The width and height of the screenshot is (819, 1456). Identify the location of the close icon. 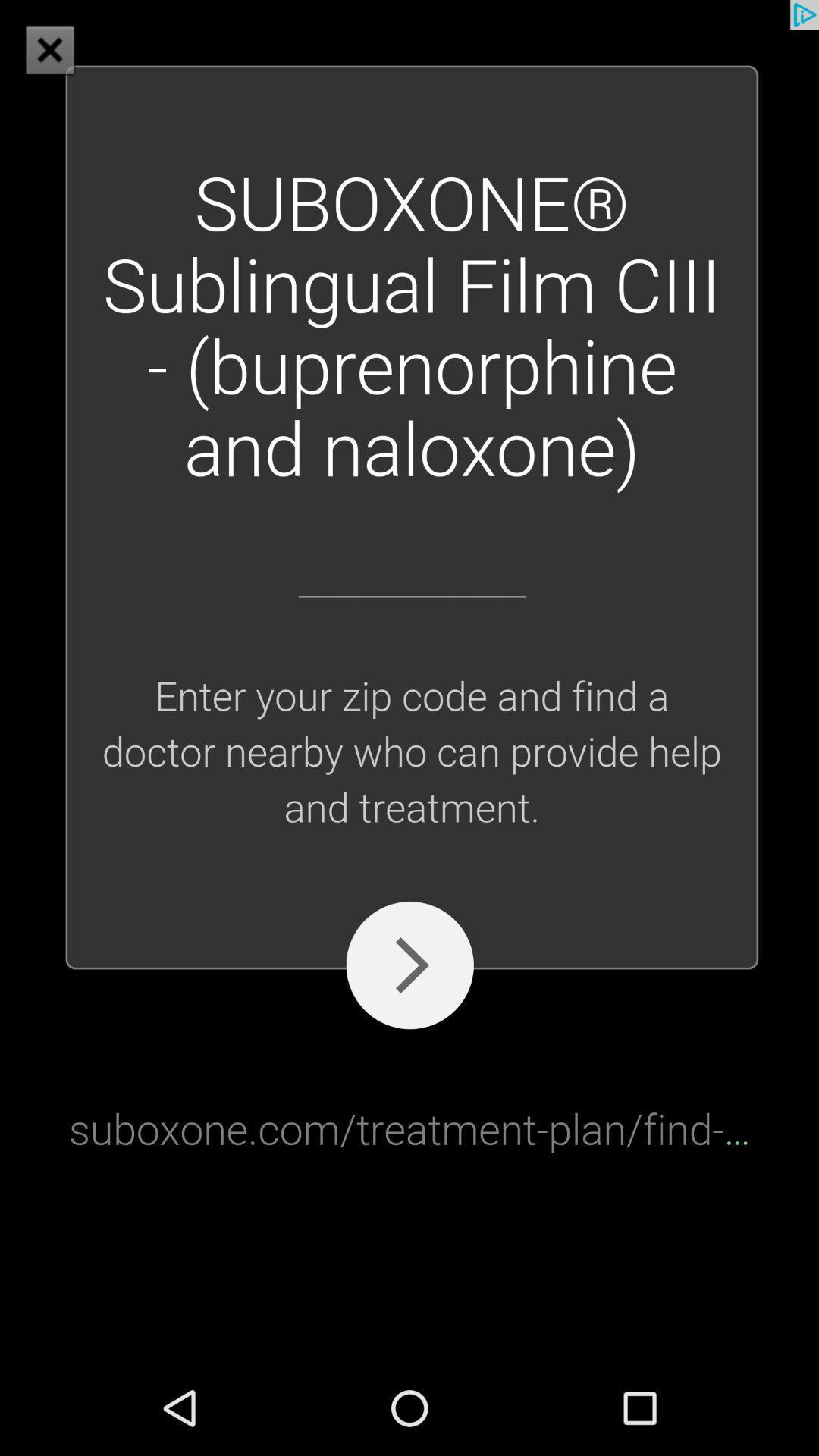
(58, 63).